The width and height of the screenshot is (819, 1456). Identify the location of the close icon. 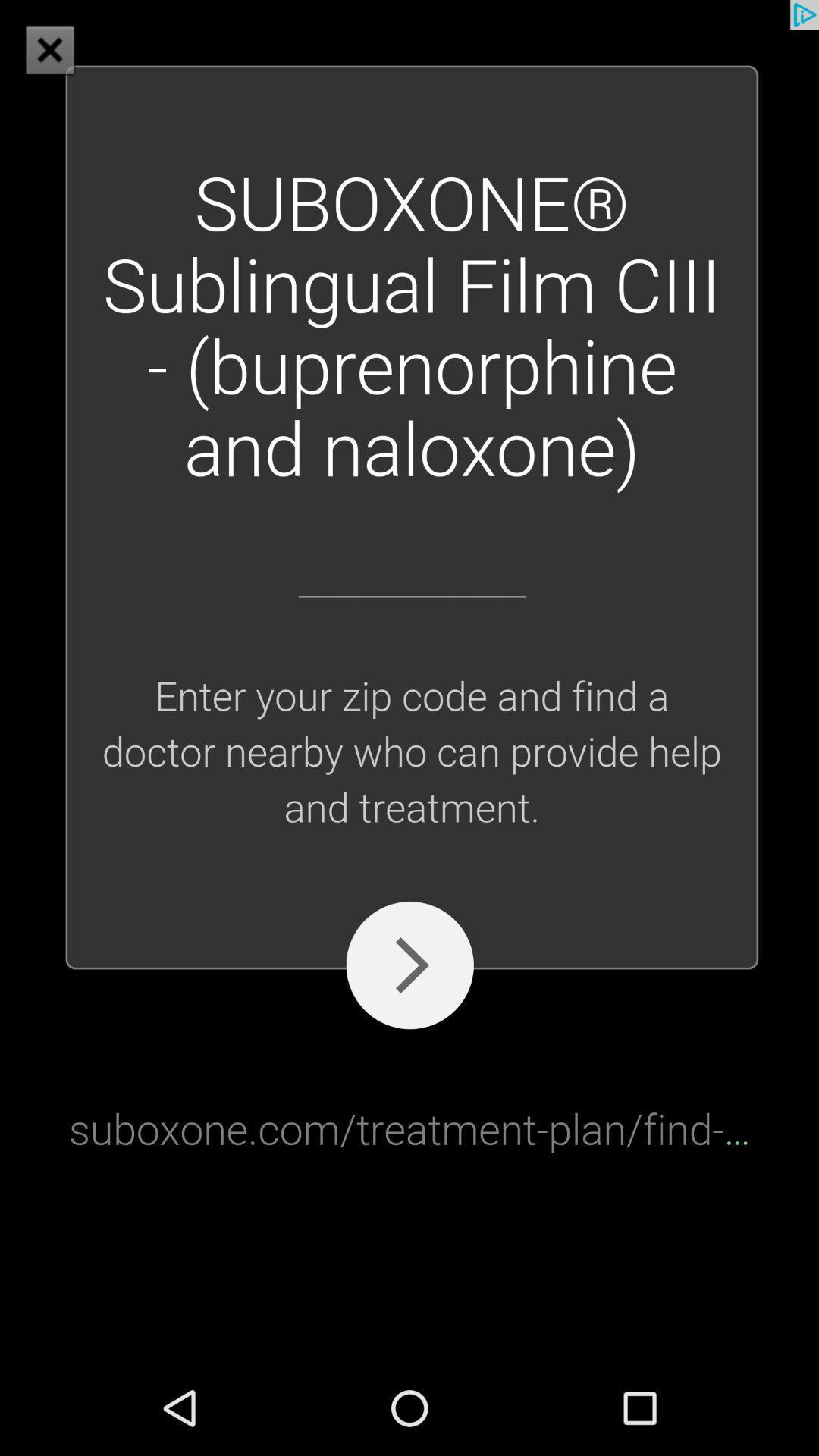
(58, 63).